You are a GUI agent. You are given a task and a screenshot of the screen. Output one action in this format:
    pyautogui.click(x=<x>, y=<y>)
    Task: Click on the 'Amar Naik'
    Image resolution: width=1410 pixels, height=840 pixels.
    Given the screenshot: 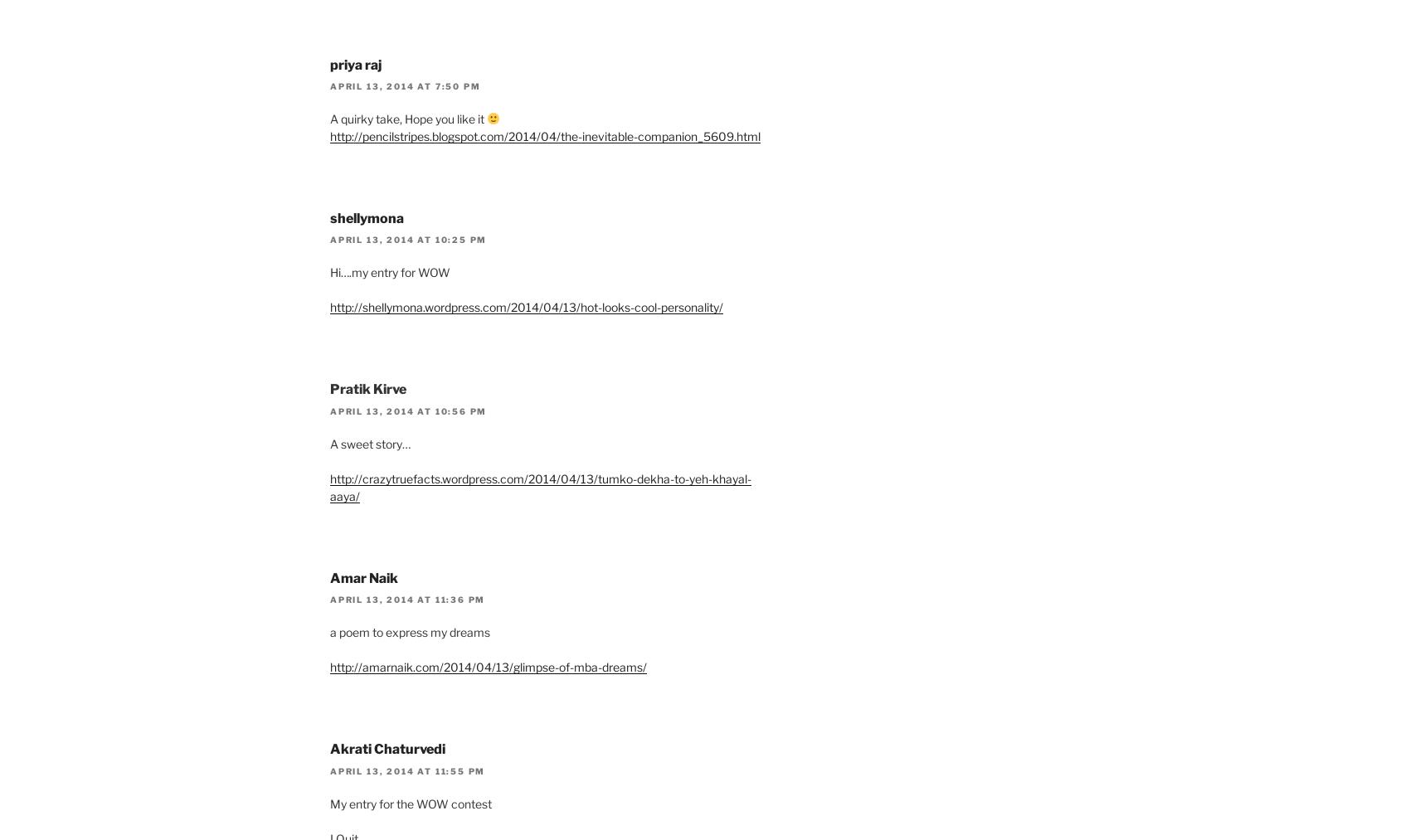 What is the action you would take?
    pyautogui.click(x=363, y=576)
    